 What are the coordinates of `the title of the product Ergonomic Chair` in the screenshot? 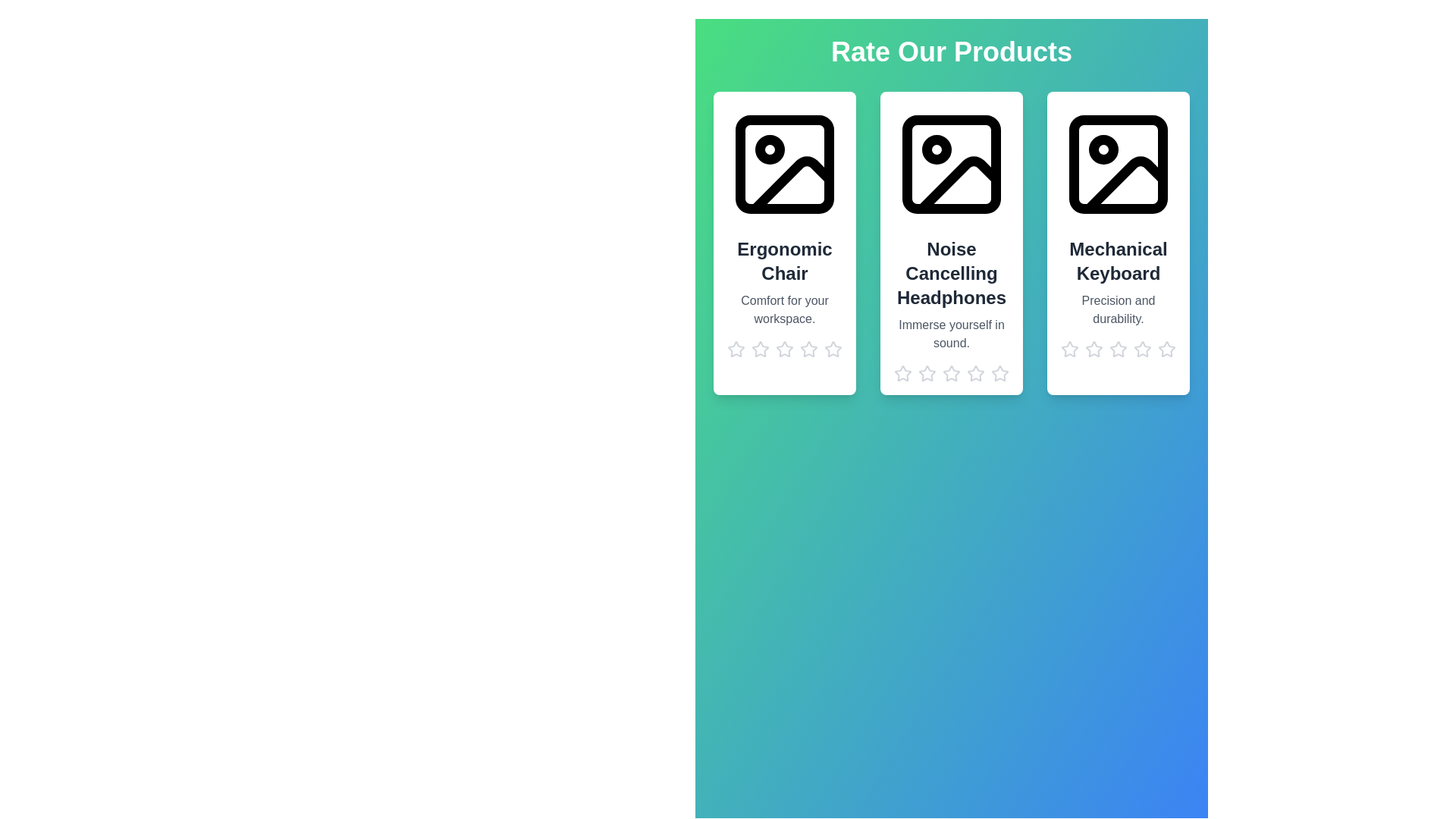 It's located at (785, 260).